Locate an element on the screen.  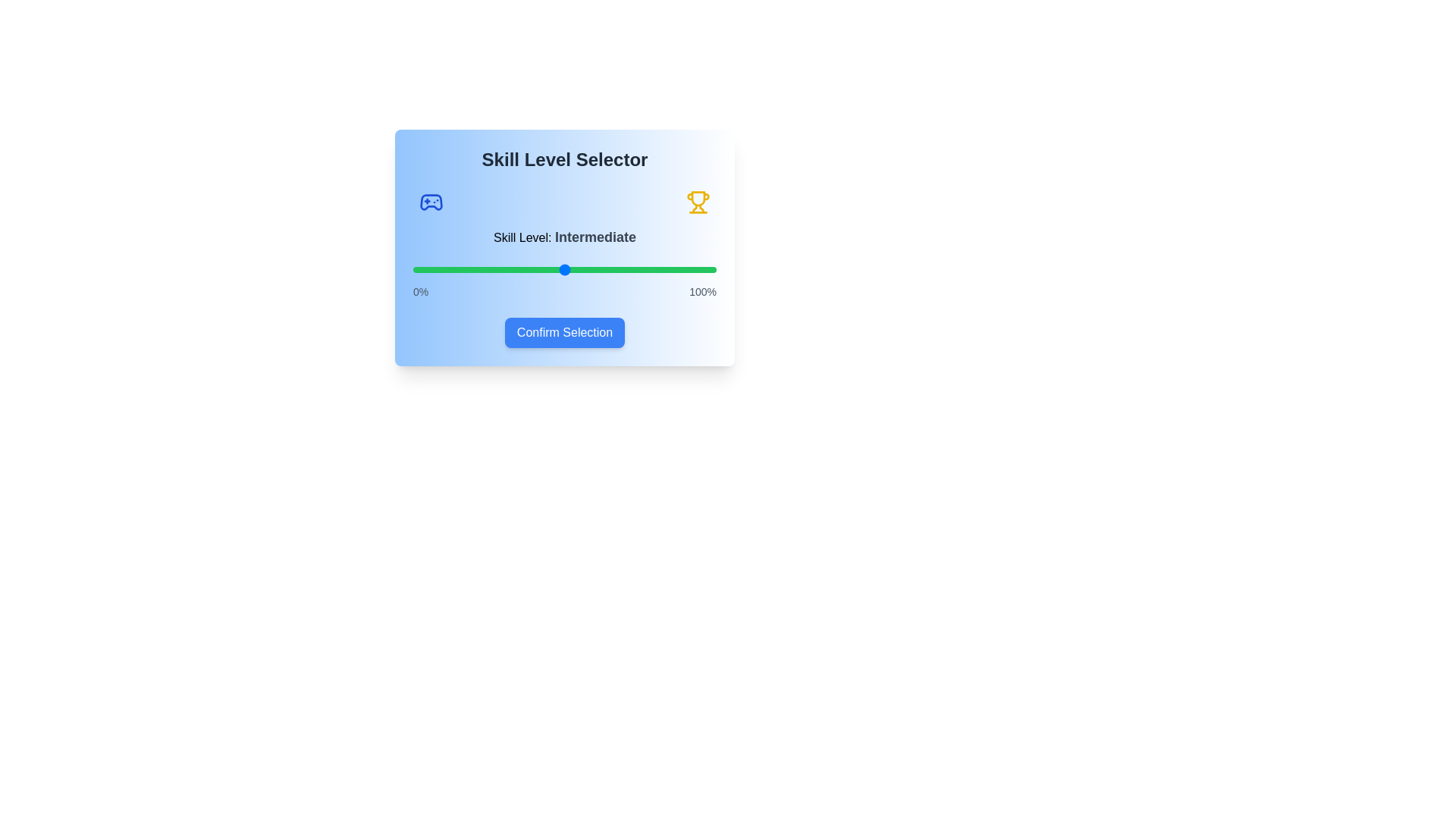
the skill level slider to 57%, where 57 is a value between 0 and 100 is located at coordinates (585, 268).